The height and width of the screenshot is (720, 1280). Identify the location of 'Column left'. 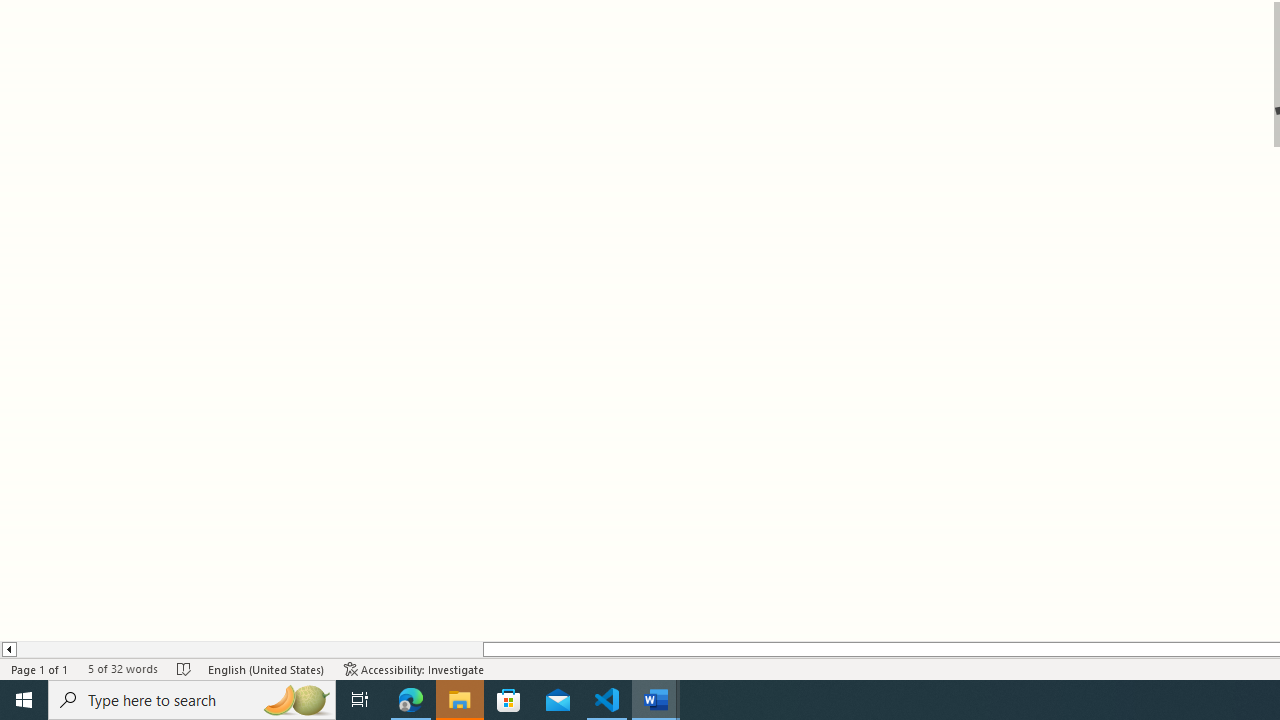
(8, 649).